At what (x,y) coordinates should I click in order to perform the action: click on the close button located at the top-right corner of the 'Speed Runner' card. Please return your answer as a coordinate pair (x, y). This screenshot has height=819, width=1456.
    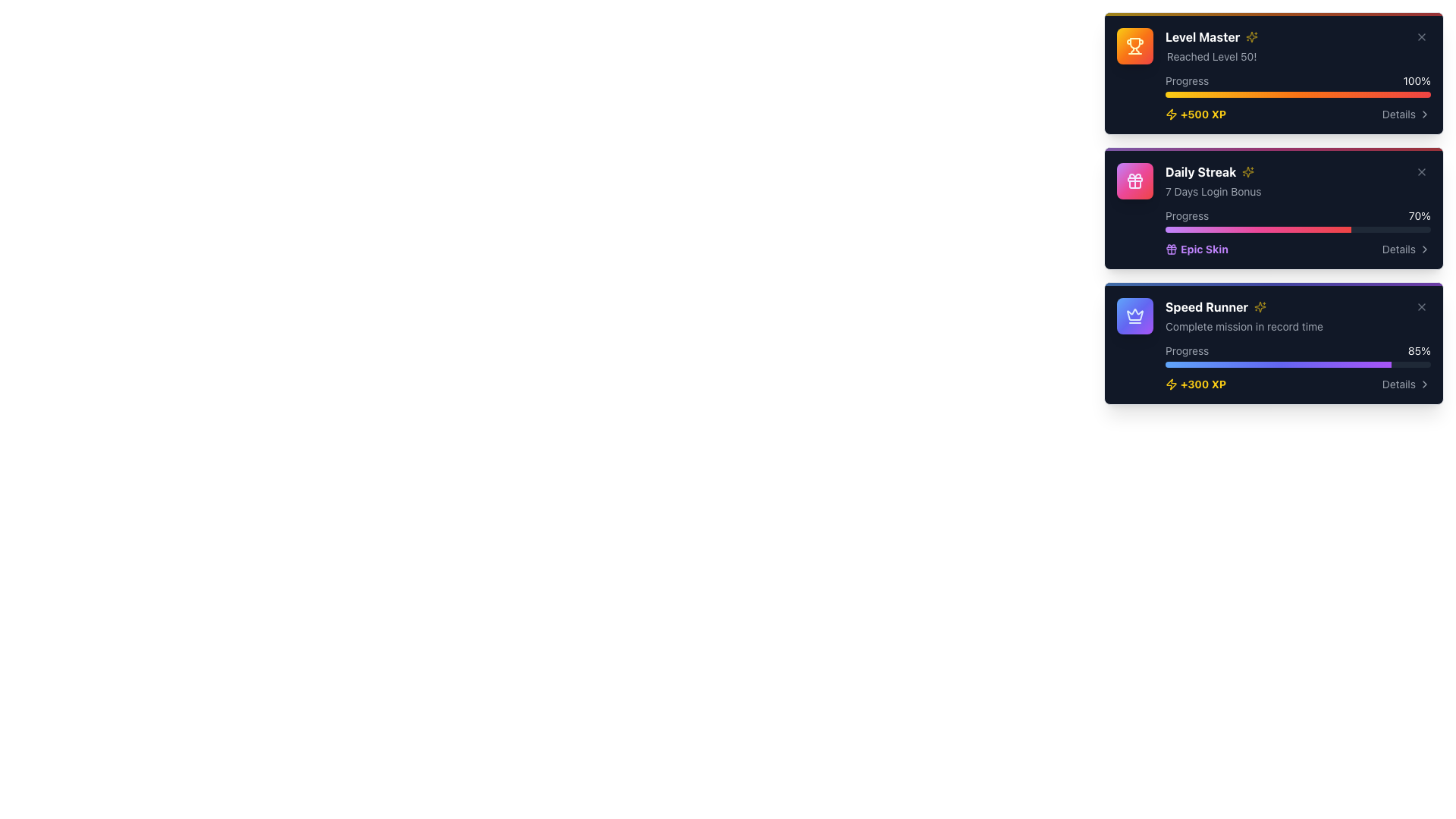
    Looking at the image, I should click on (1421, 307).